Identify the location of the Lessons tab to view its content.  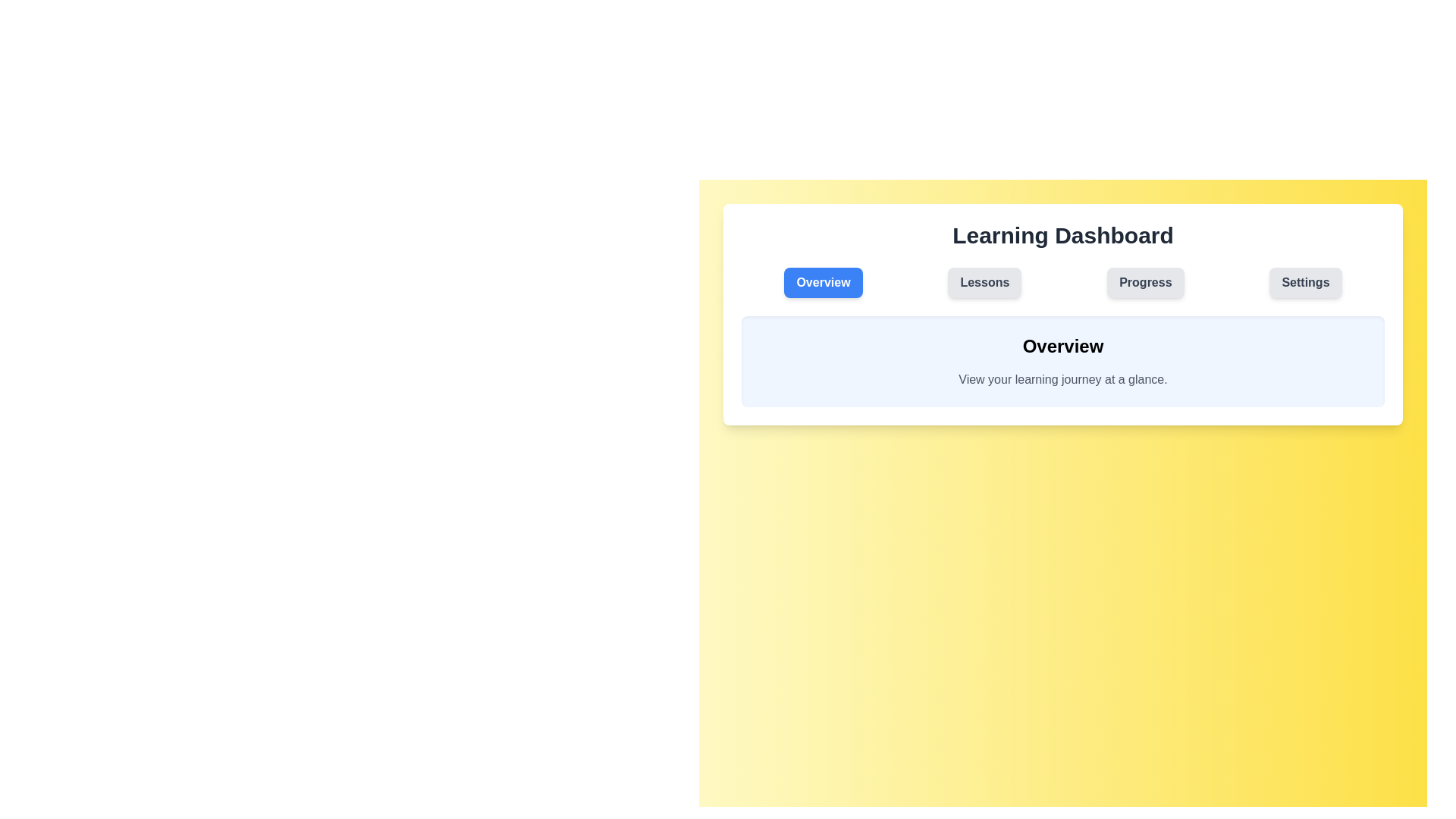
(984, 283).